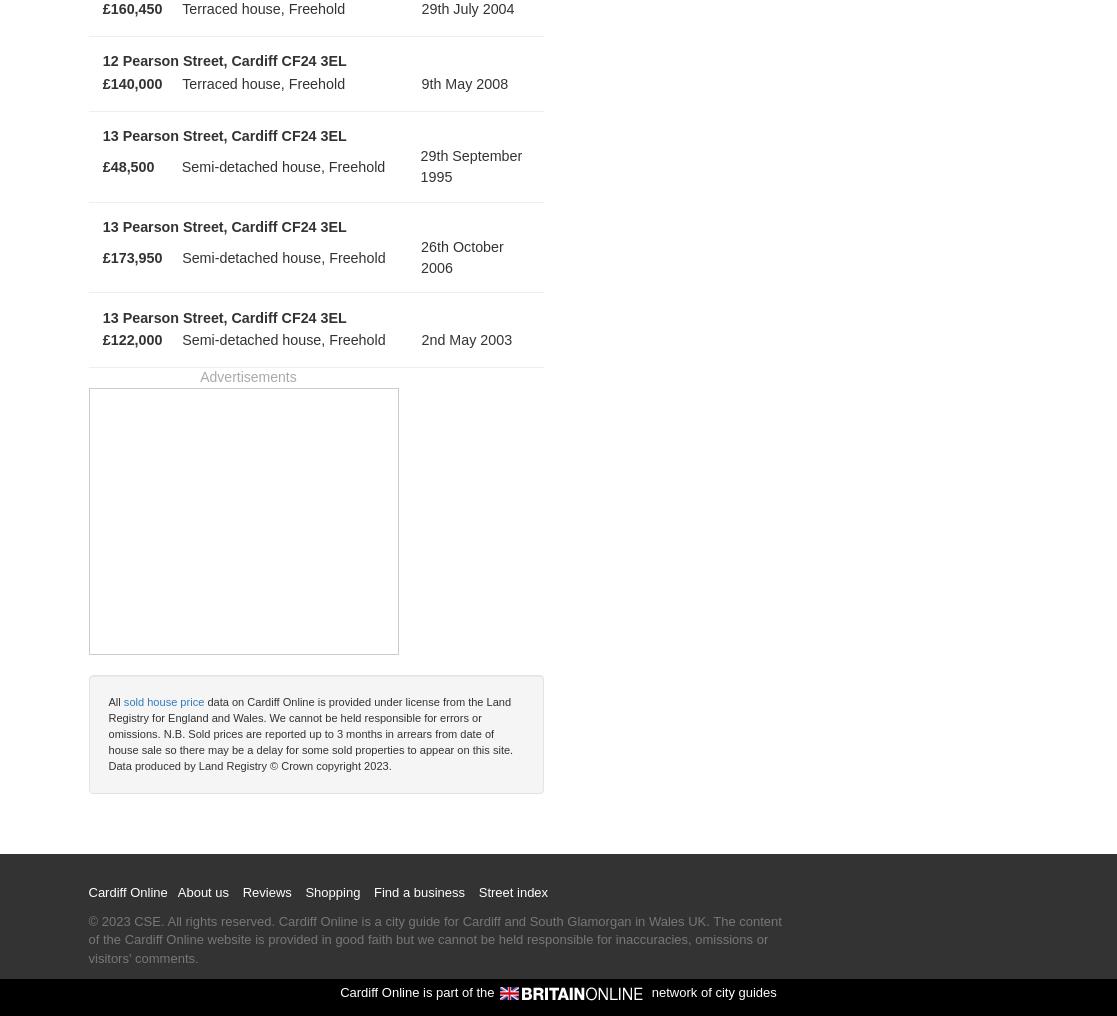  I want to click on 'network of city guides', so click(710, 991).